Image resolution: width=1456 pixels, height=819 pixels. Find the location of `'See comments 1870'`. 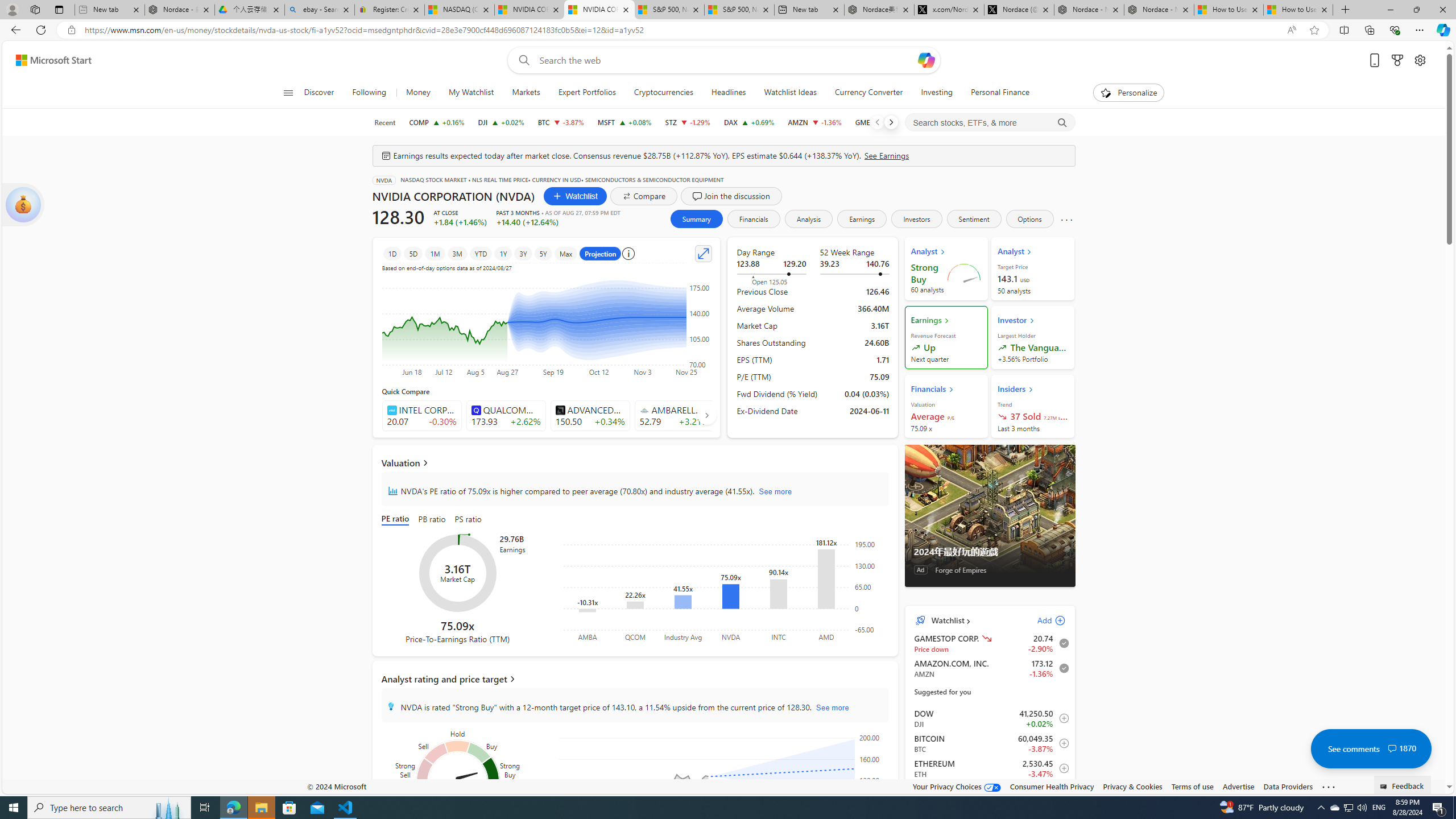

'See comments 1870' is located at coordinates (1370, 748).